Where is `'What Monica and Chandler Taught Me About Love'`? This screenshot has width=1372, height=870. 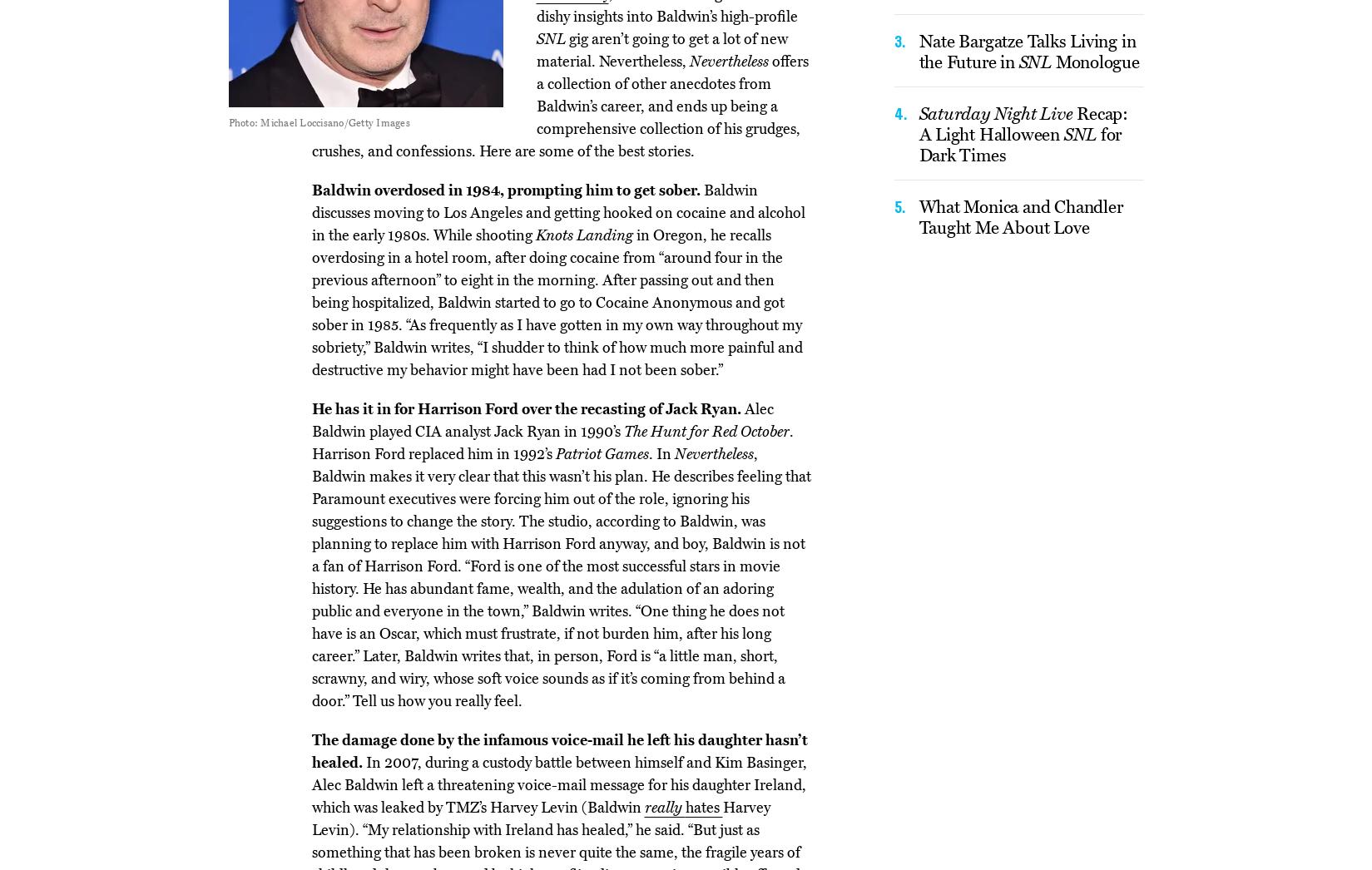 'What Monica and Chandler Taught Me About Love' is located at coordinates (1020, 215).